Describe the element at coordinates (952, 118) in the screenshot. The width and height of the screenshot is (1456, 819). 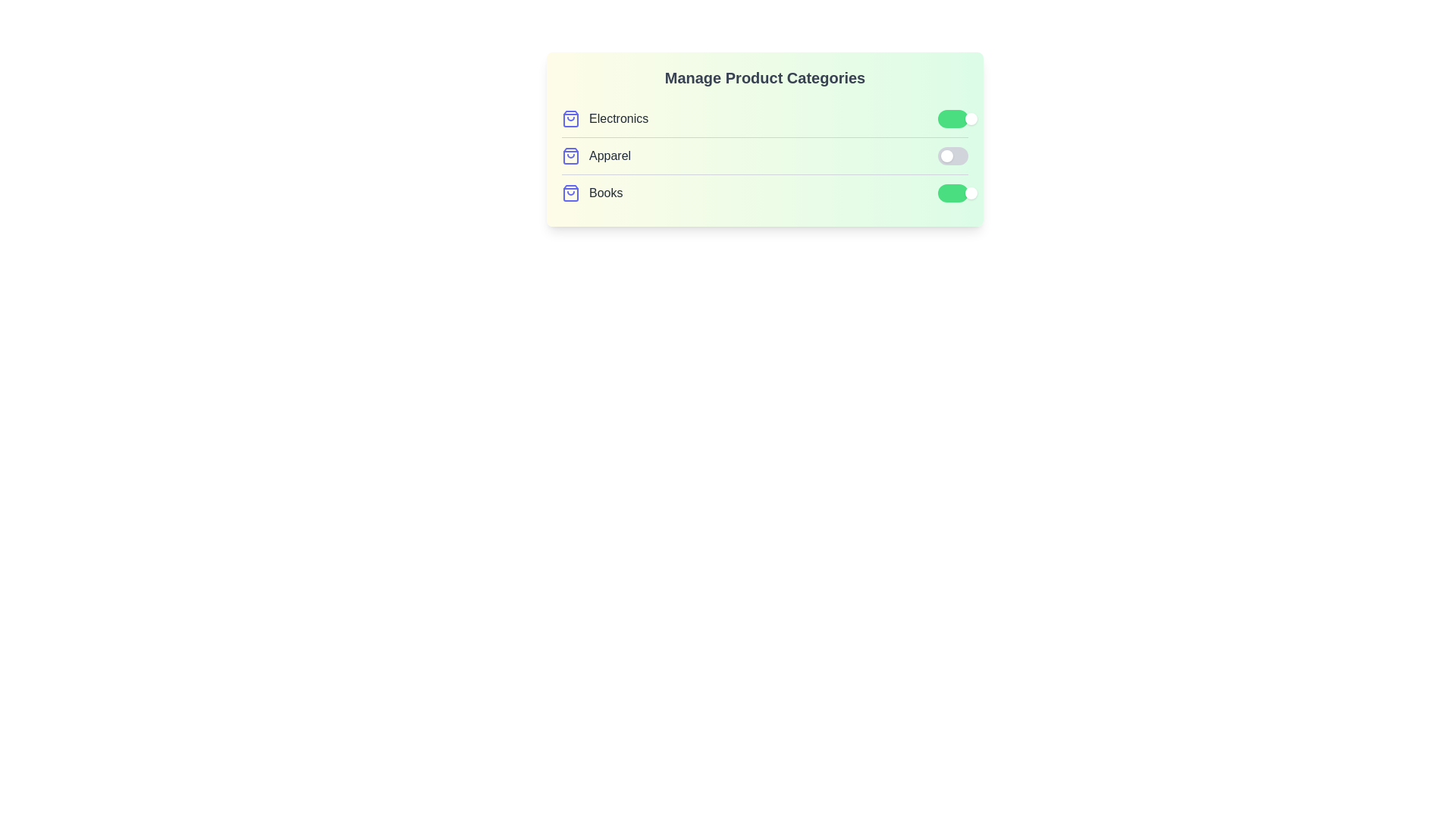
I see `the toggle switch for the 'Electronics' category` at that location.